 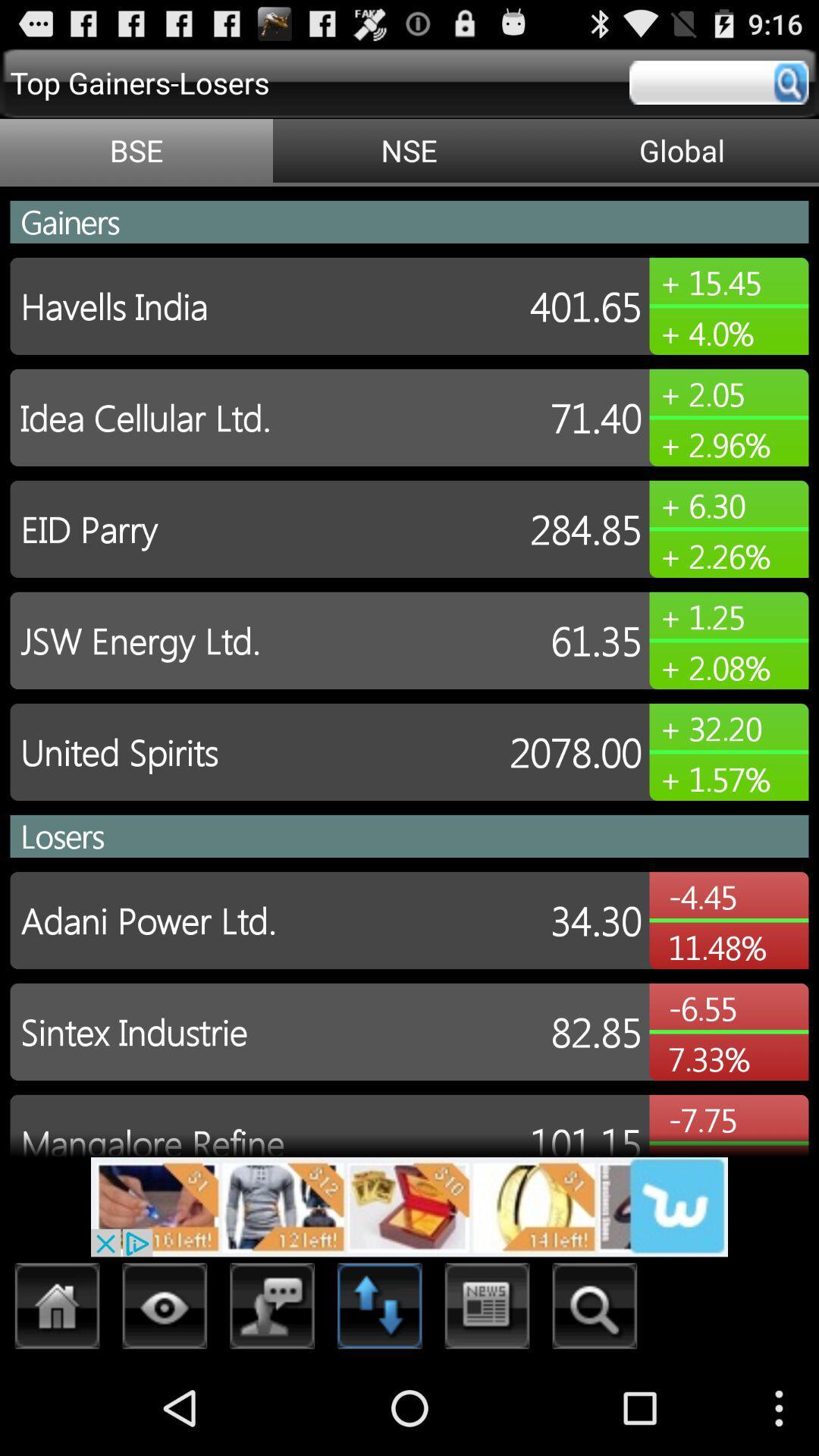 I want to click on the search icon, so click(x=594, y=1401).